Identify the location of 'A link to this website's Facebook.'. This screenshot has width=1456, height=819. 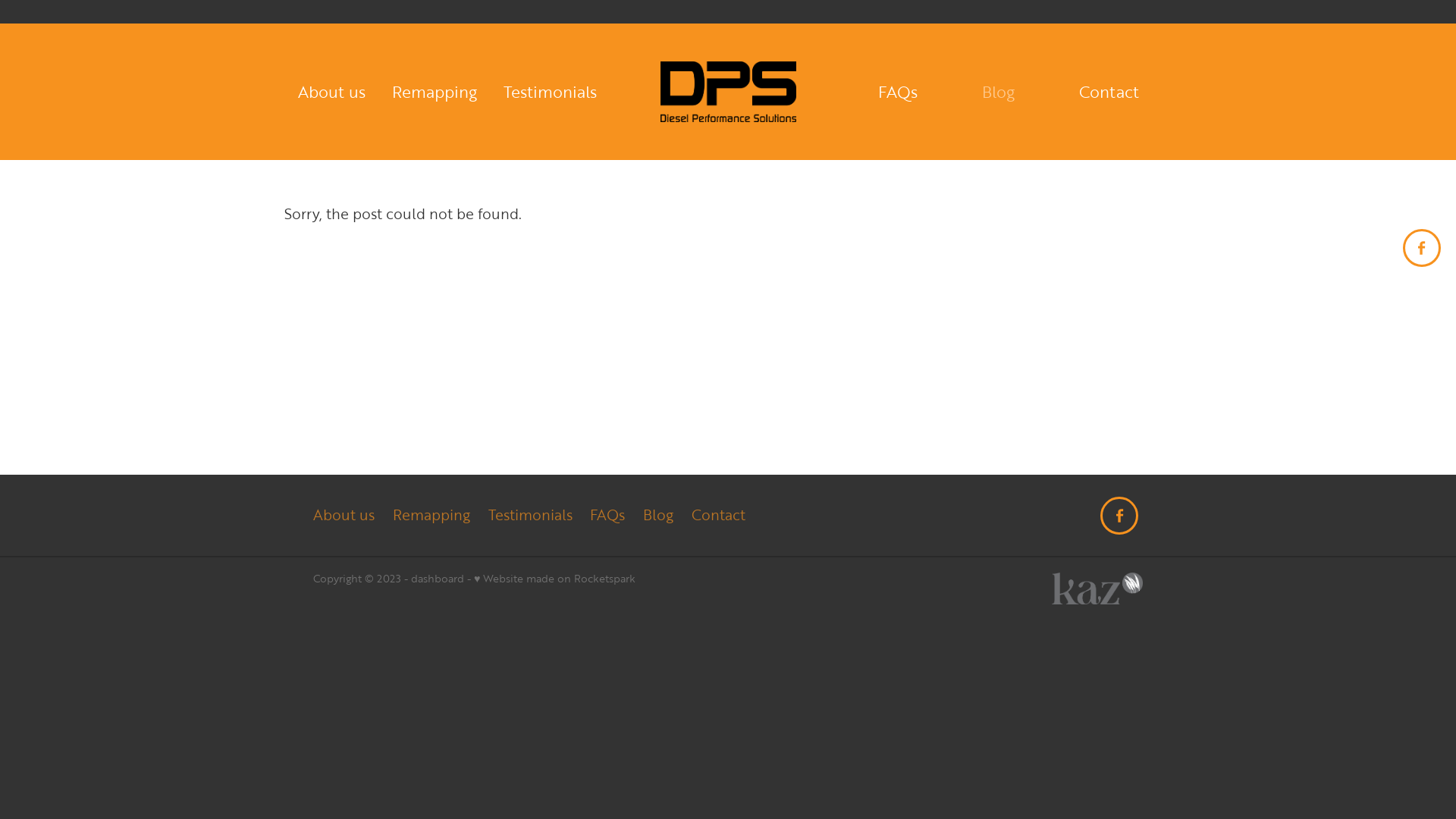
(1401, 247).